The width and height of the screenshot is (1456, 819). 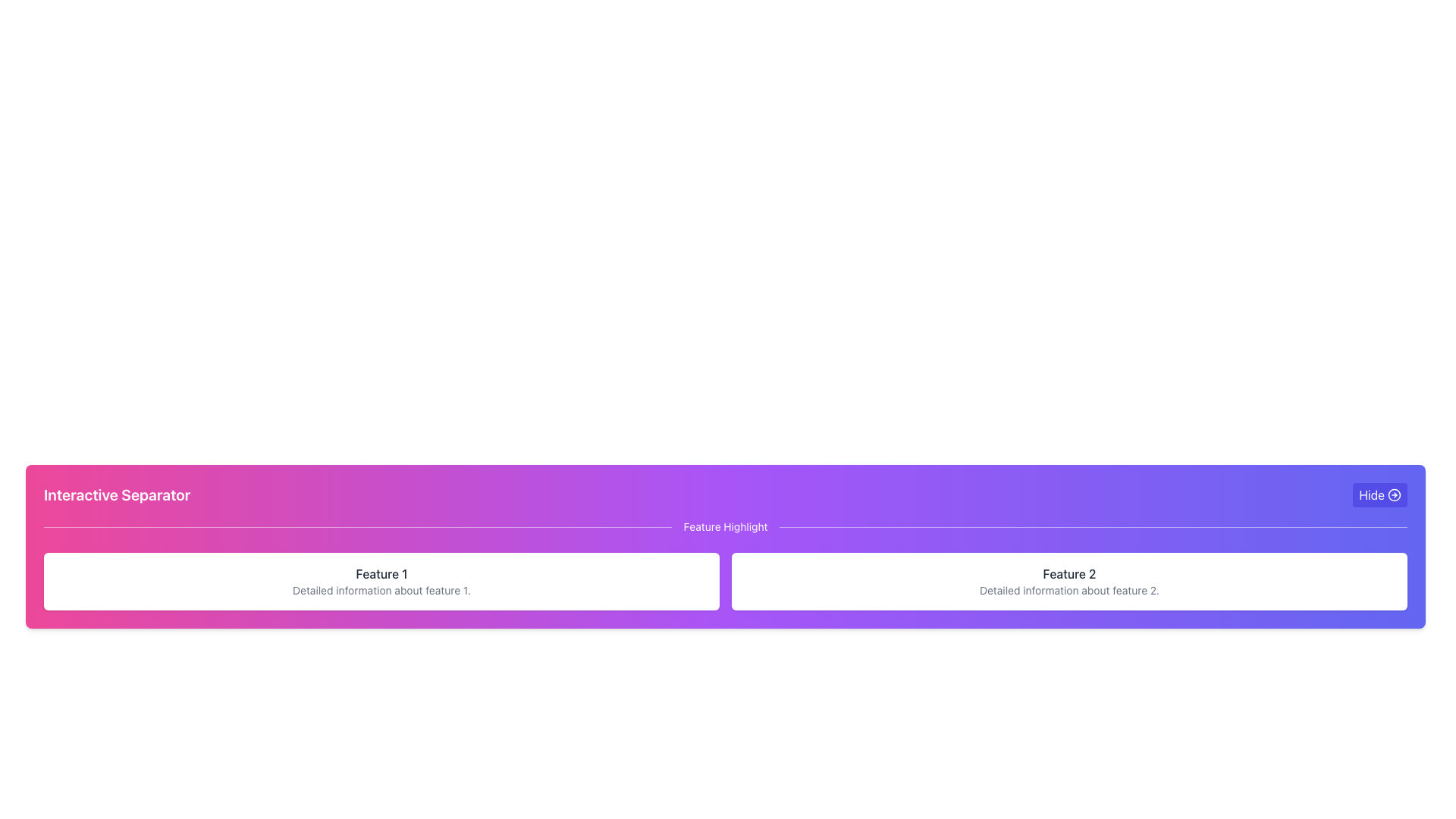 What do you see at coordinates (724, 581) in the screenshot?
I see `Grid Layout element that displays two features, positioned centrally below the 'Feature Highlight' title and above a colorful gradient background` at bounding box center [724, 581].